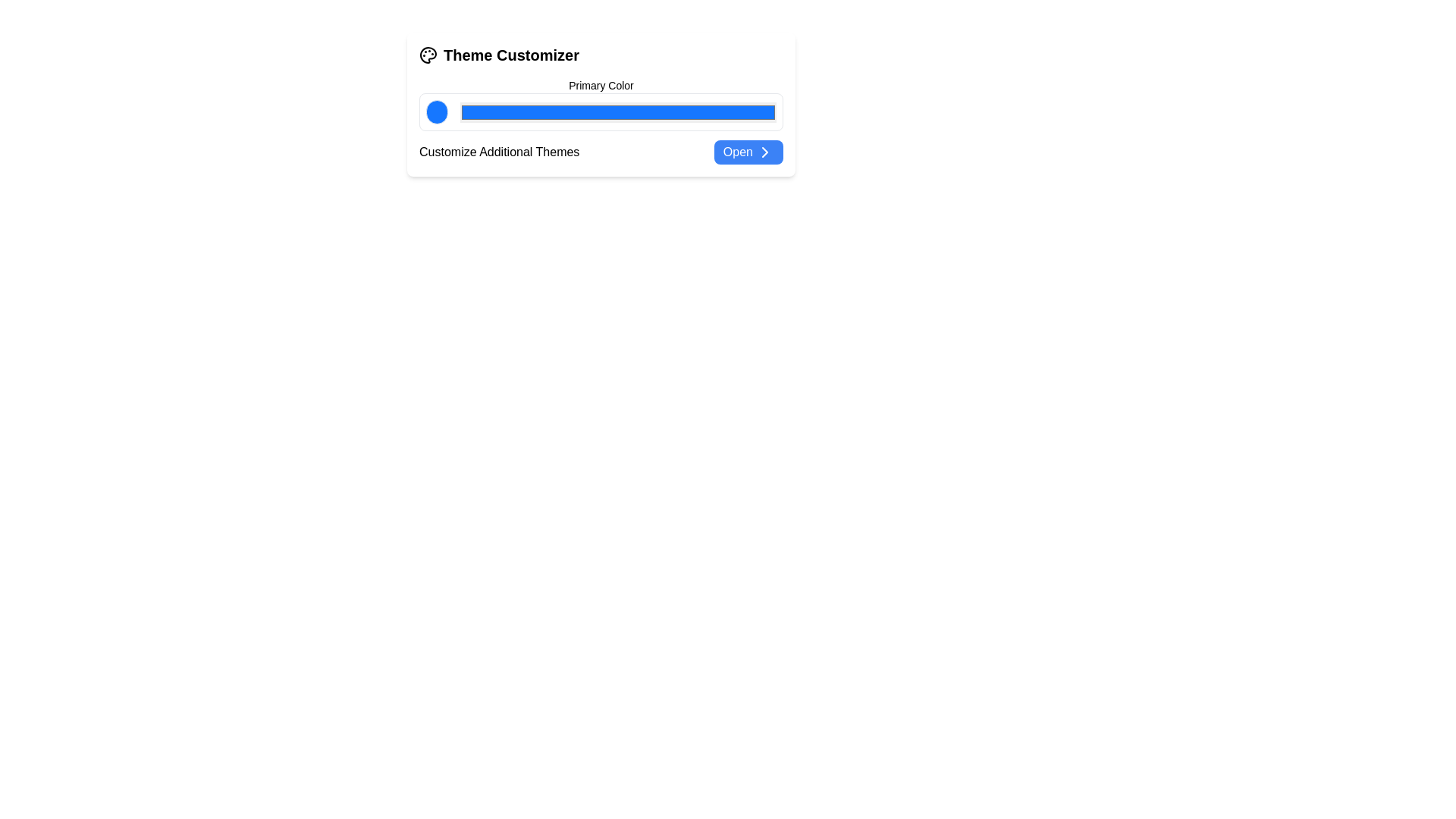  Describe the element at coordinates (764, 152) in the screenshot. I see `the right-facing chevron icon located near the right edge of the 'Open' button, which indicates interactivity and suggests further navigation or expandable options` at that location.